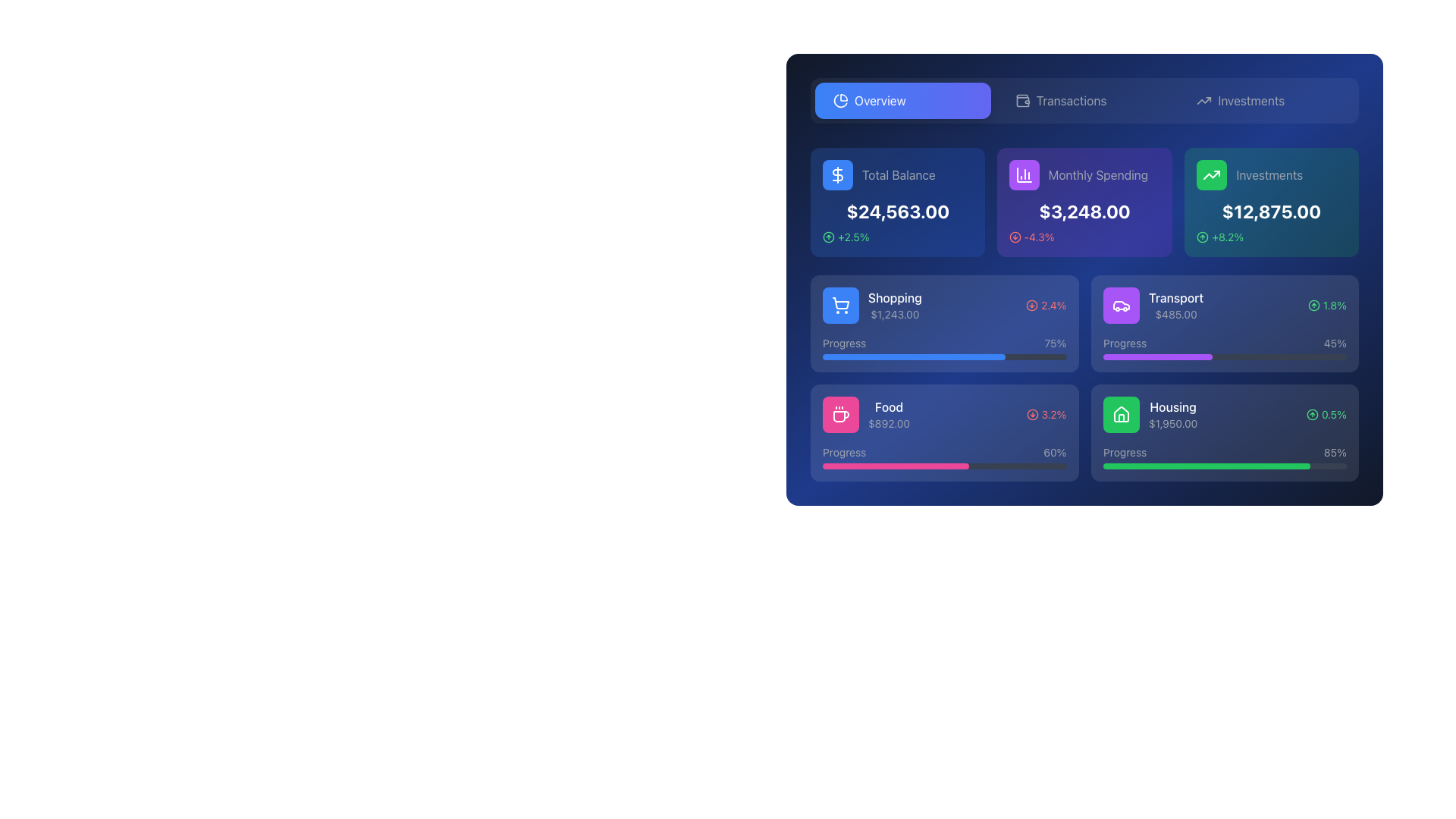 The width and height of the screenshot is (1456, 819). Describe the element at coordinates (1266, 100) in the screenshot. I see `the 'Investments' button located near the top of the layout` at that location.